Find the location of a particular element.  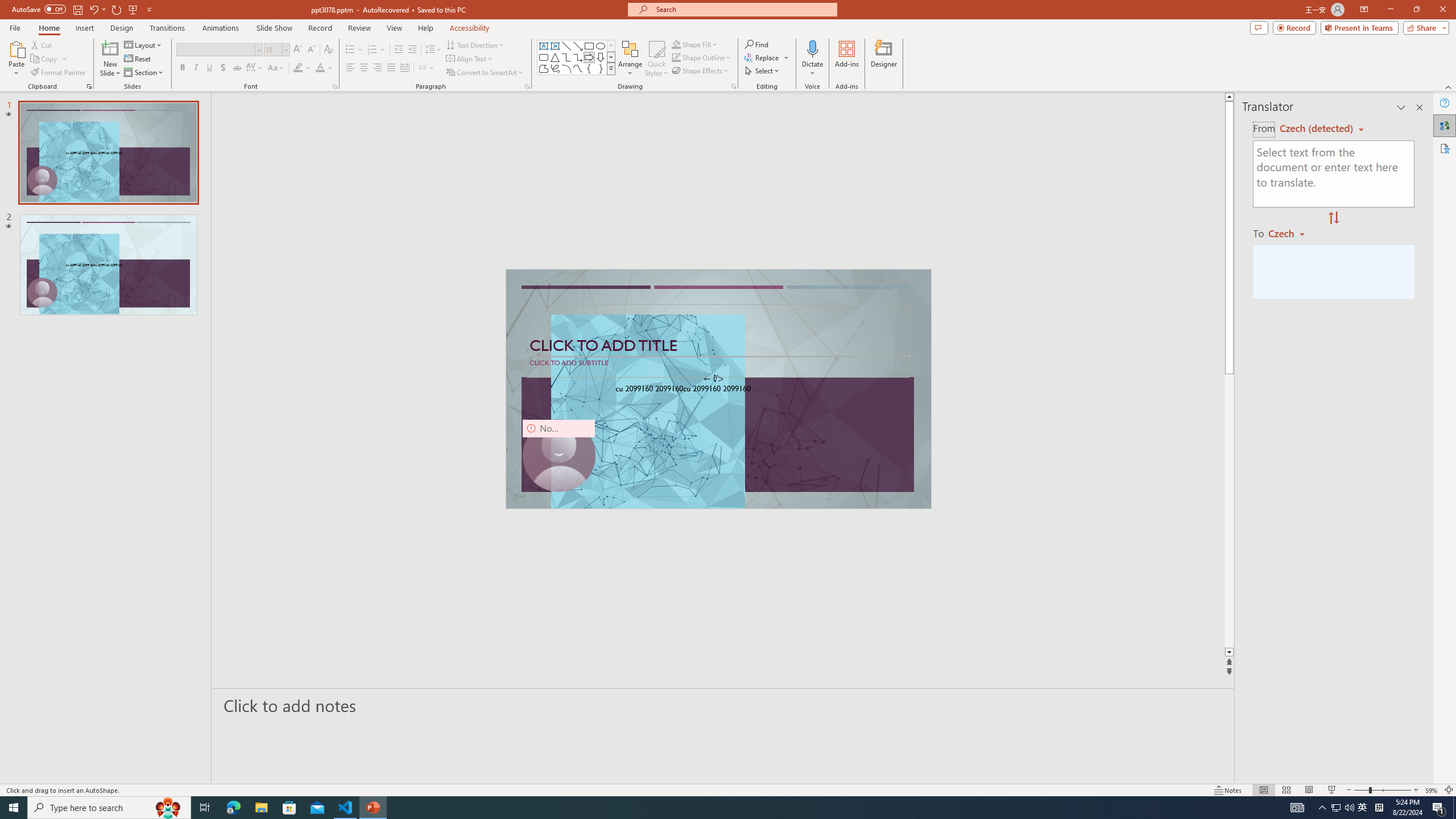

'Subtitle TextBox' is located at coordinates (717, 366).